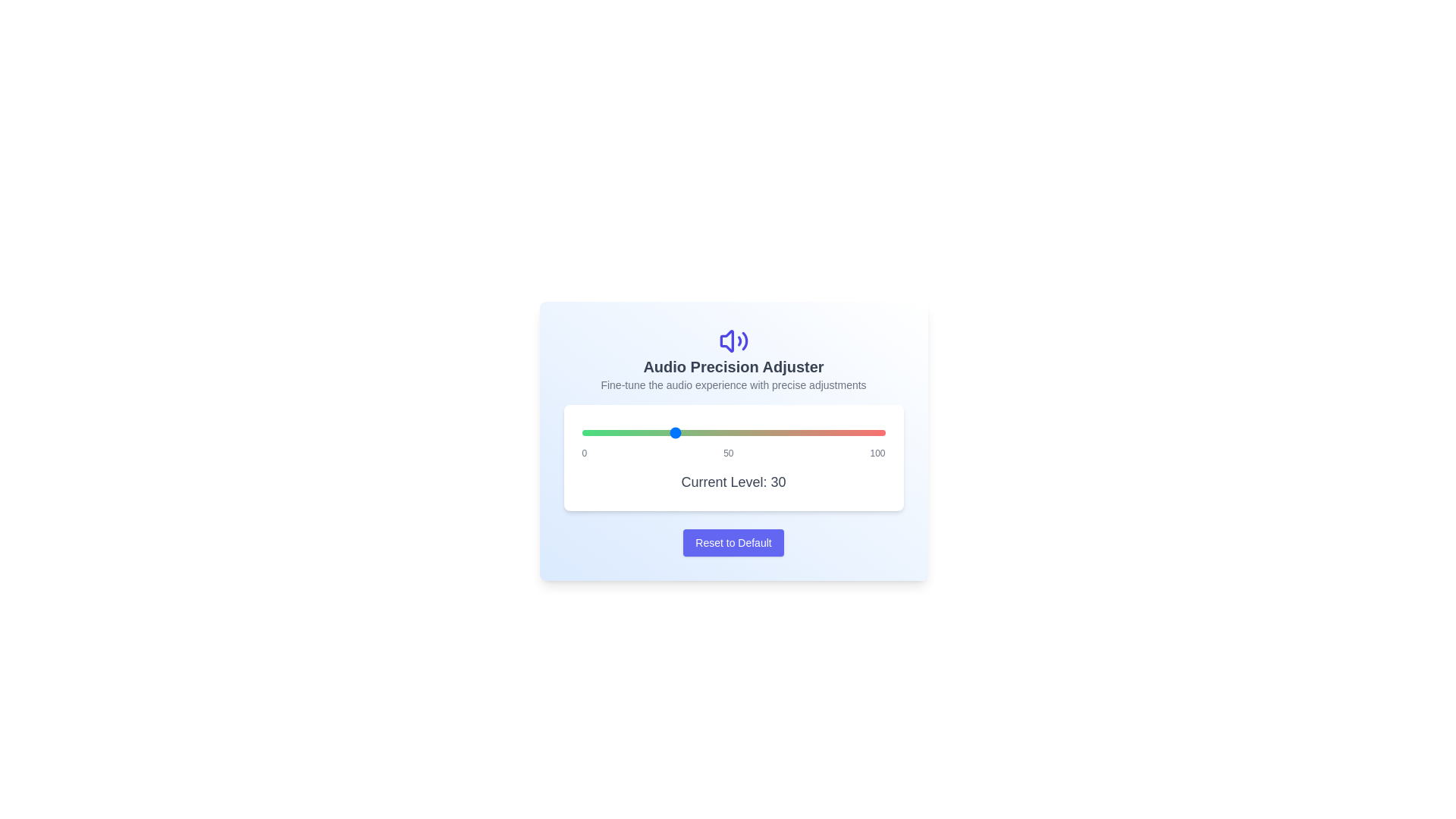 Image resolution: width=1456 pixels, height=819 pixels. I want to click on 'Reset to Default' button, so click(733, 542).